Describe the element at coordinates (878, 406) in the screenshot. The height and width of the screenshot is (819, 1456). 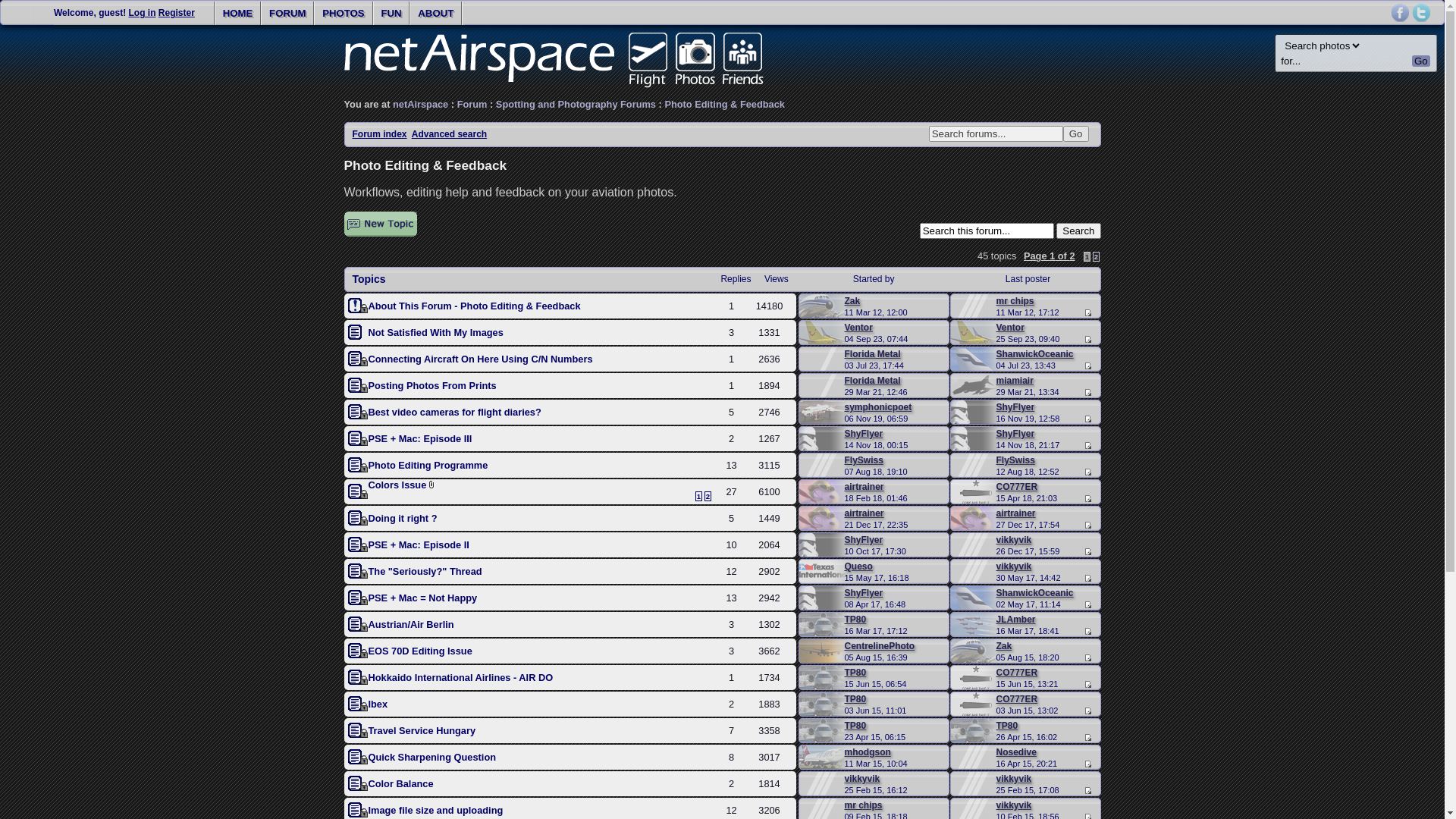
I see `'symphonicpoet'` at that location.